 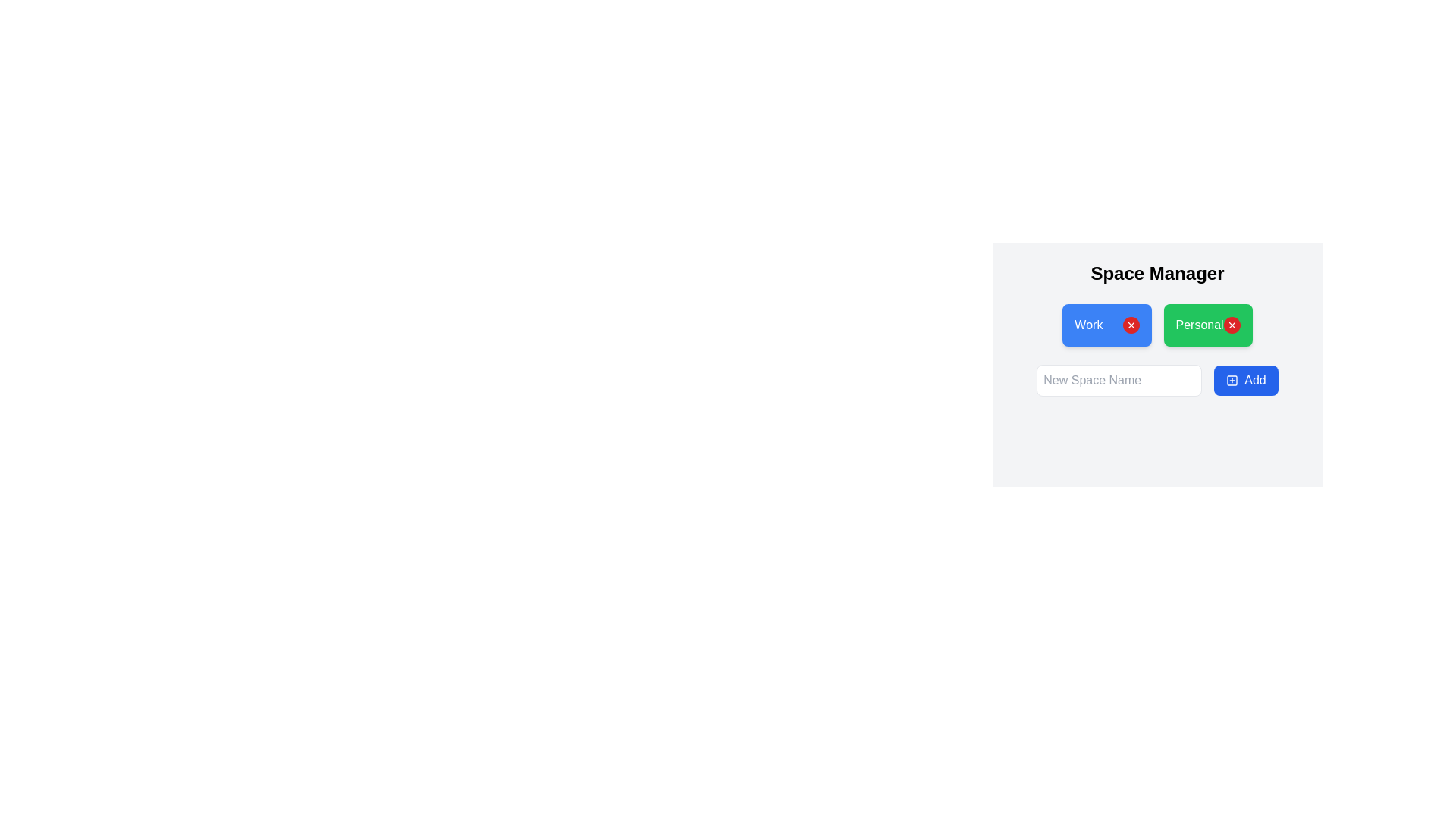 What do you see at coordinates (1131, 324) in the screenshot?
I see `the small circular red button with a white 'X' icon located on the right side of the 'Work' button` at bounding box center [1131, 324].